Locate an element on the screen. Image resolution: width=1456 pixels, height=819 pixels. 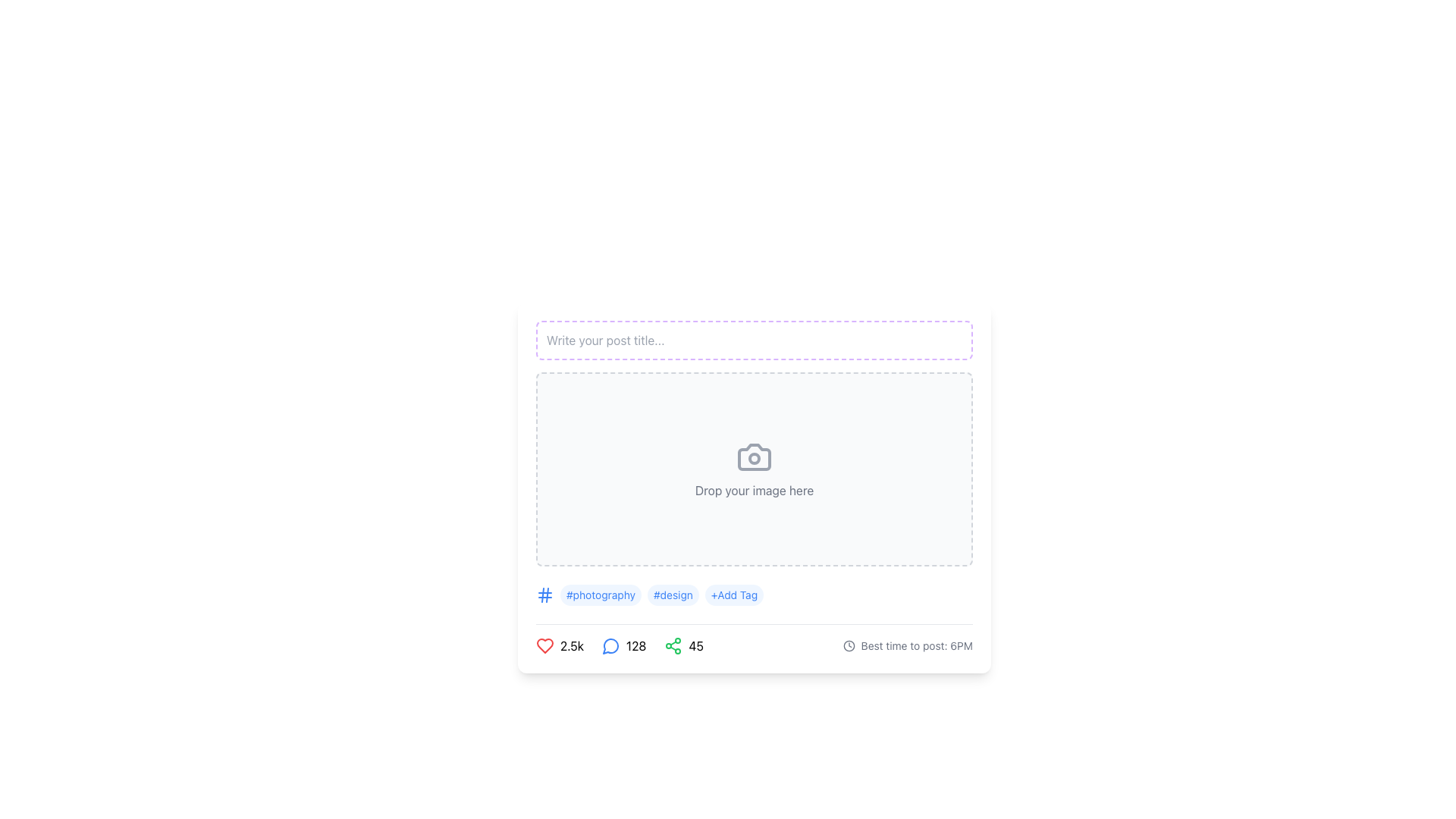
the heart-shaped icon located at the bottom-left corner of the post card to like or unlike the post is located at coordinates (545, 646).